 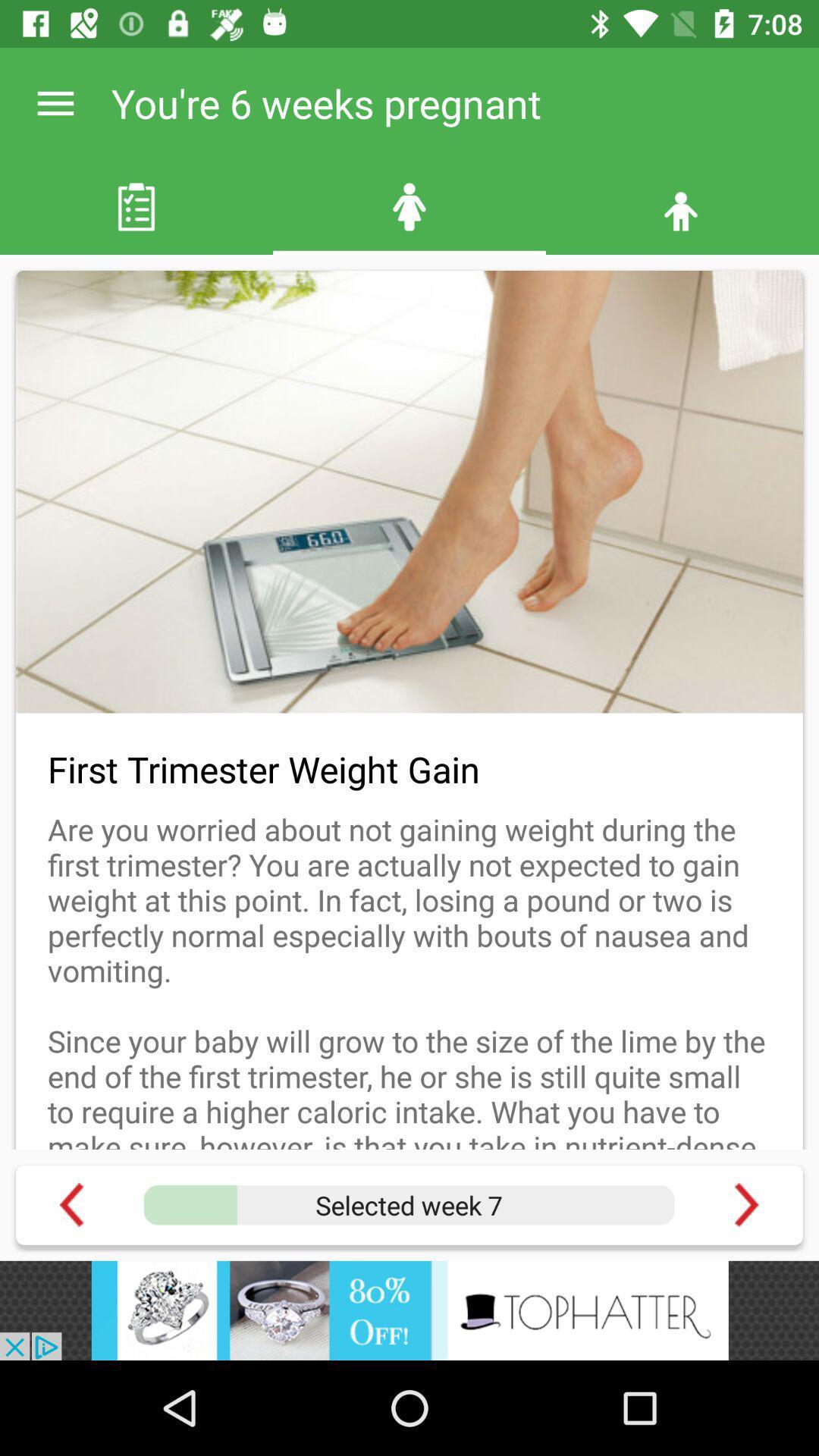 I want to click on see more pages, so click(x=745, y=1204).